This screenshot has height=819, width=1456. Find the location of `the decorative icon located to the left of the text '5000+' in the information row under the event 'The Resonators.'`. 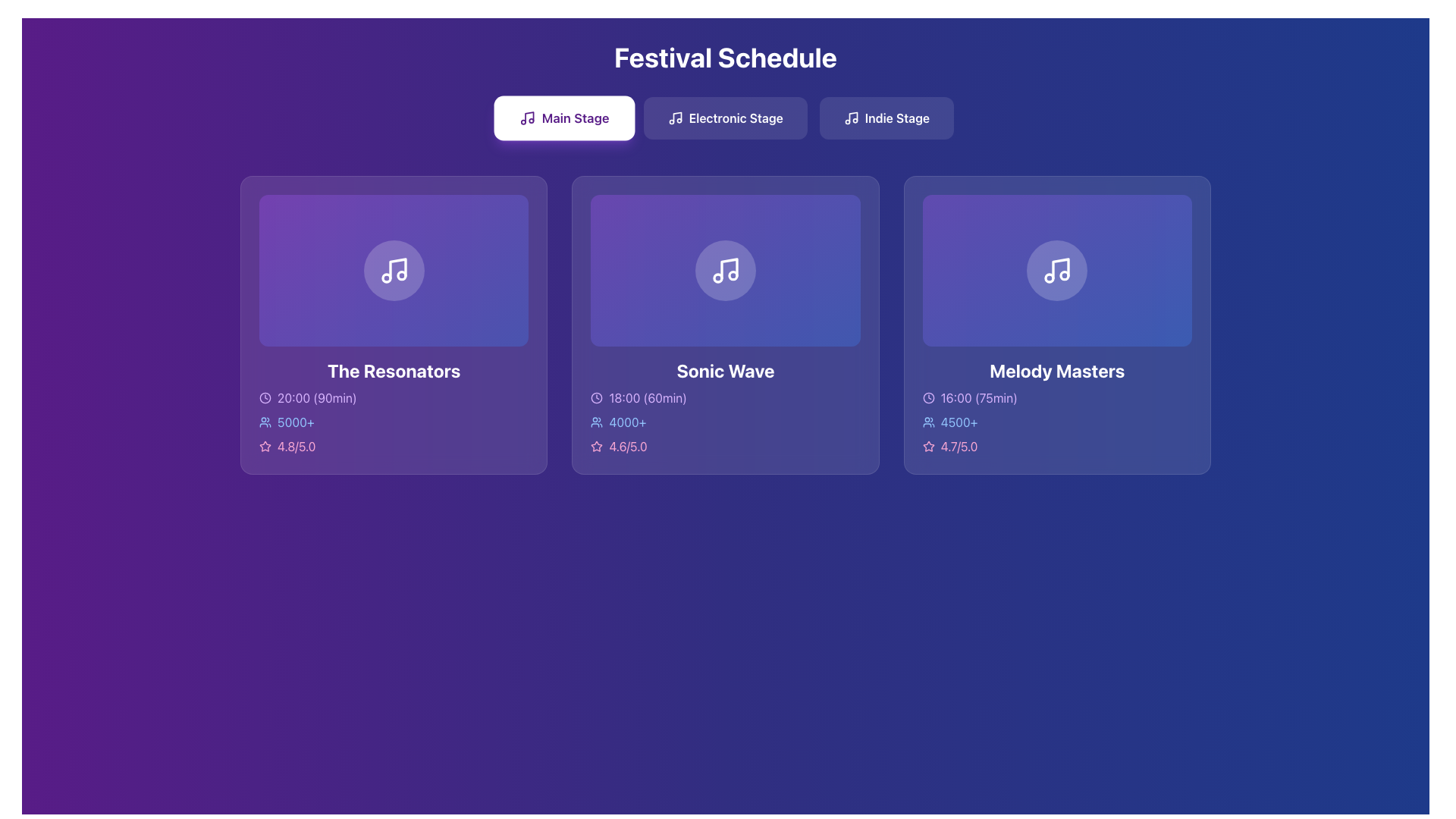

the decorative icon located to the left of the text '5000+' in the information row under the event 'The Resonators.' is located at coordinates (265, 421).